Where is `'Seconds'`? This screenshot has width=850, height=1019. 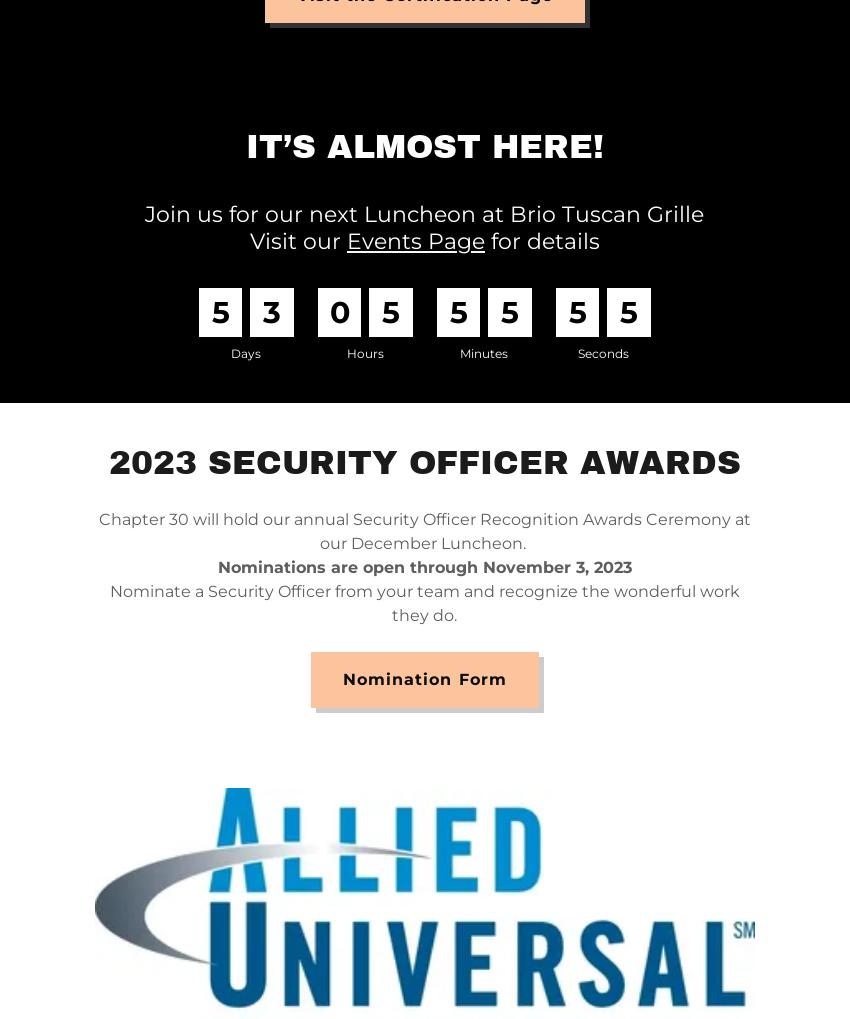
'Seconds' is located at coordinates (576, 352).